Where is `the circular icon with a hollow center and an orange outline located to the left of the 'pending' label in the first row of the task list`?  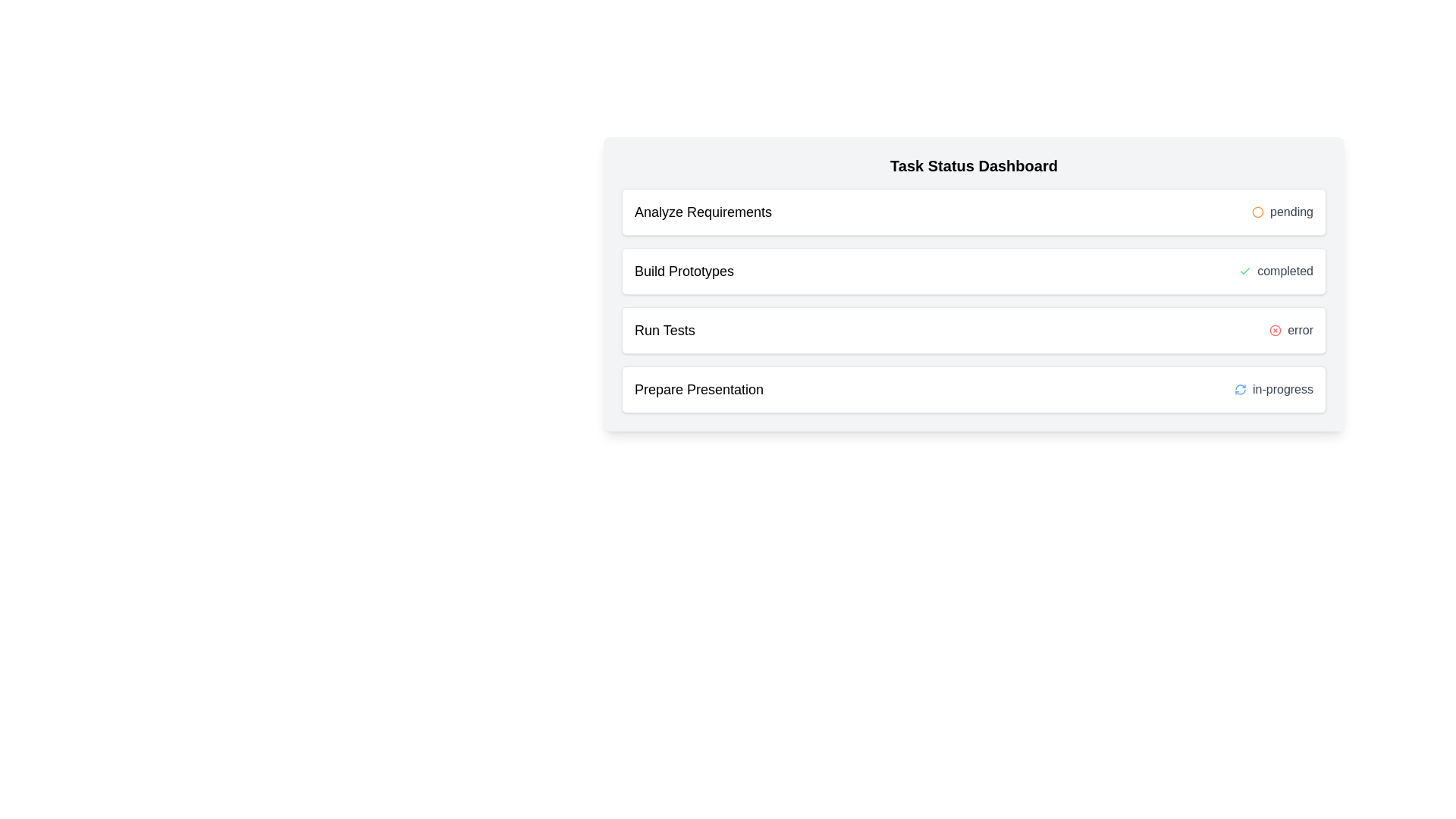
the circular icon with a hollow center and an orange outline located to the left of the 'pending' label in the first row of the task list is located at coordinates (1258, 212).